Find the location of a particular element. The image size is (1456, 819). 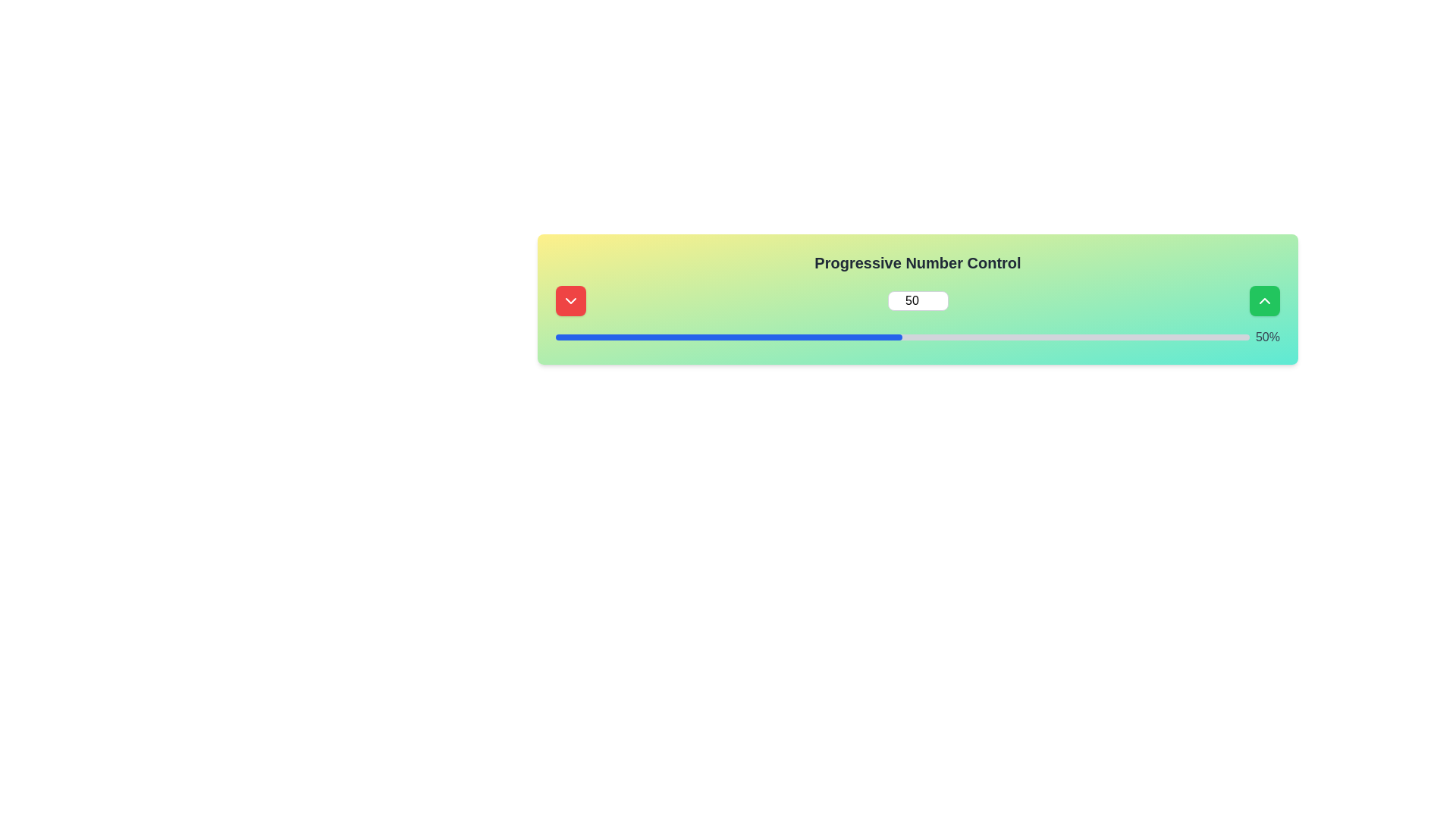

the slider is located at coordinates (882, 336).